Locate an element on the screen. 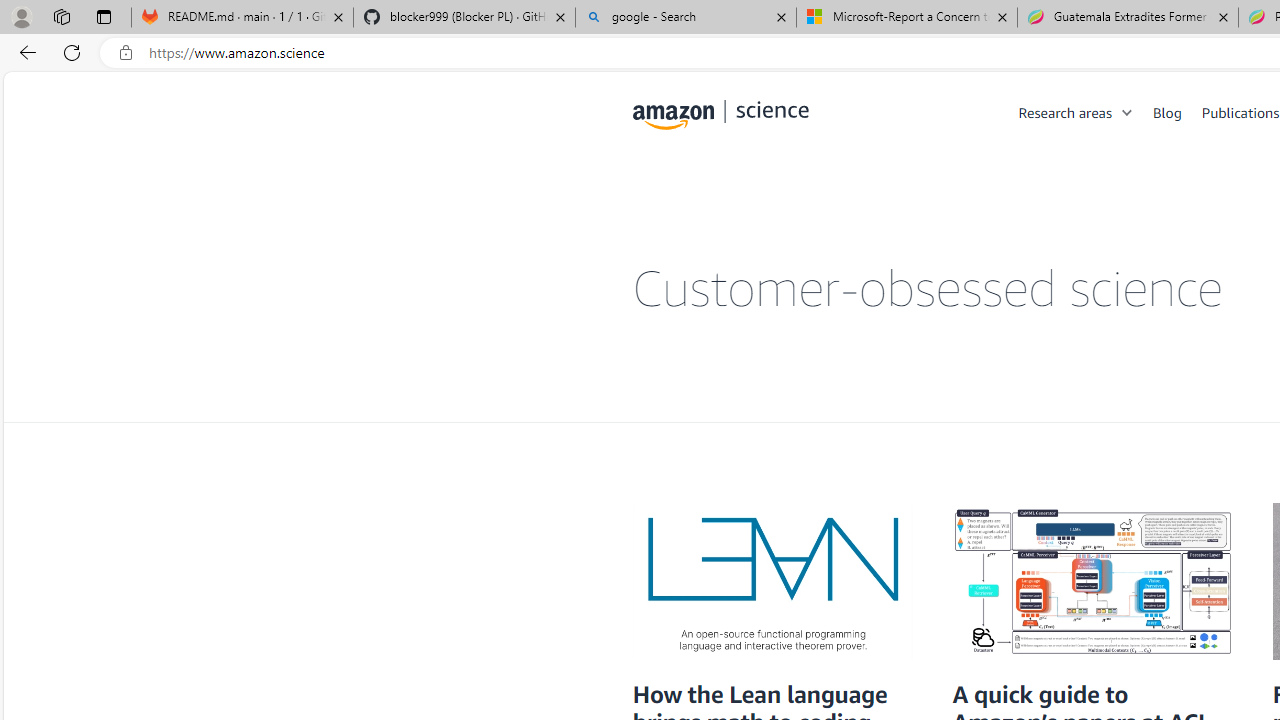 The width and height of the screenshot is (1280, 720). 'Blog' is located at coordinates (1177, 111).